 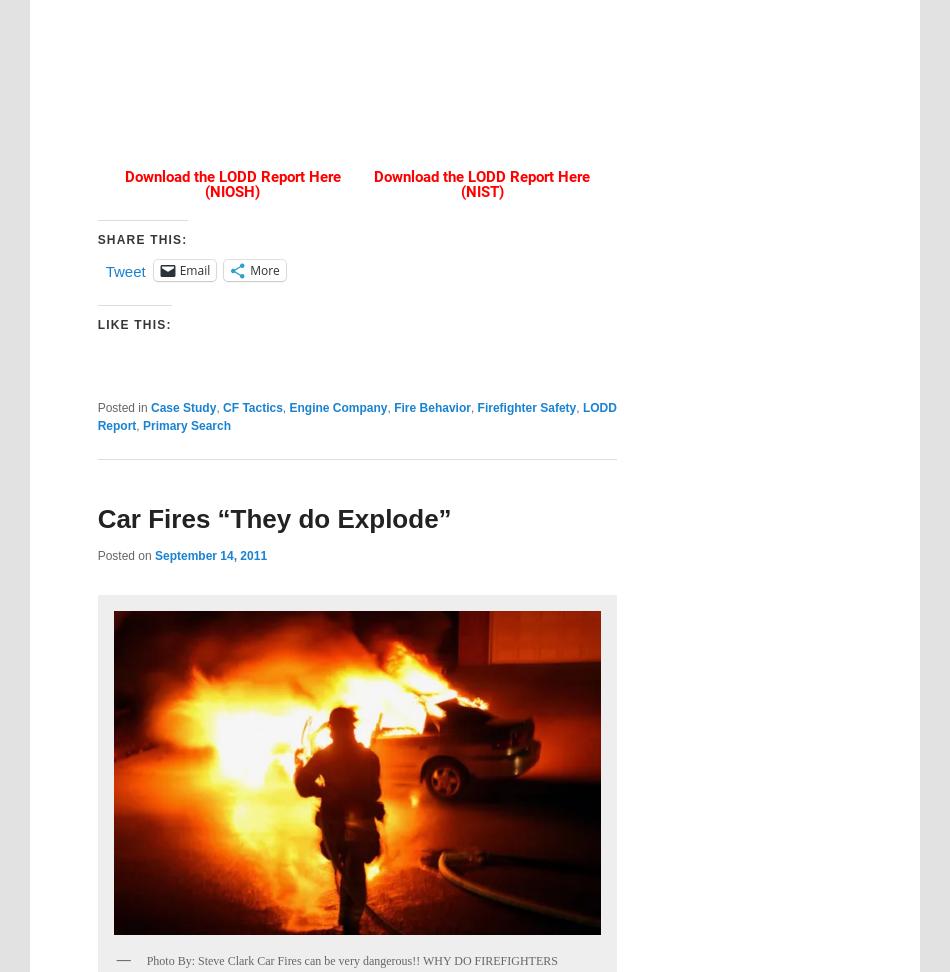 I want to click on 'Engine Company', so click(x=337, y=406).